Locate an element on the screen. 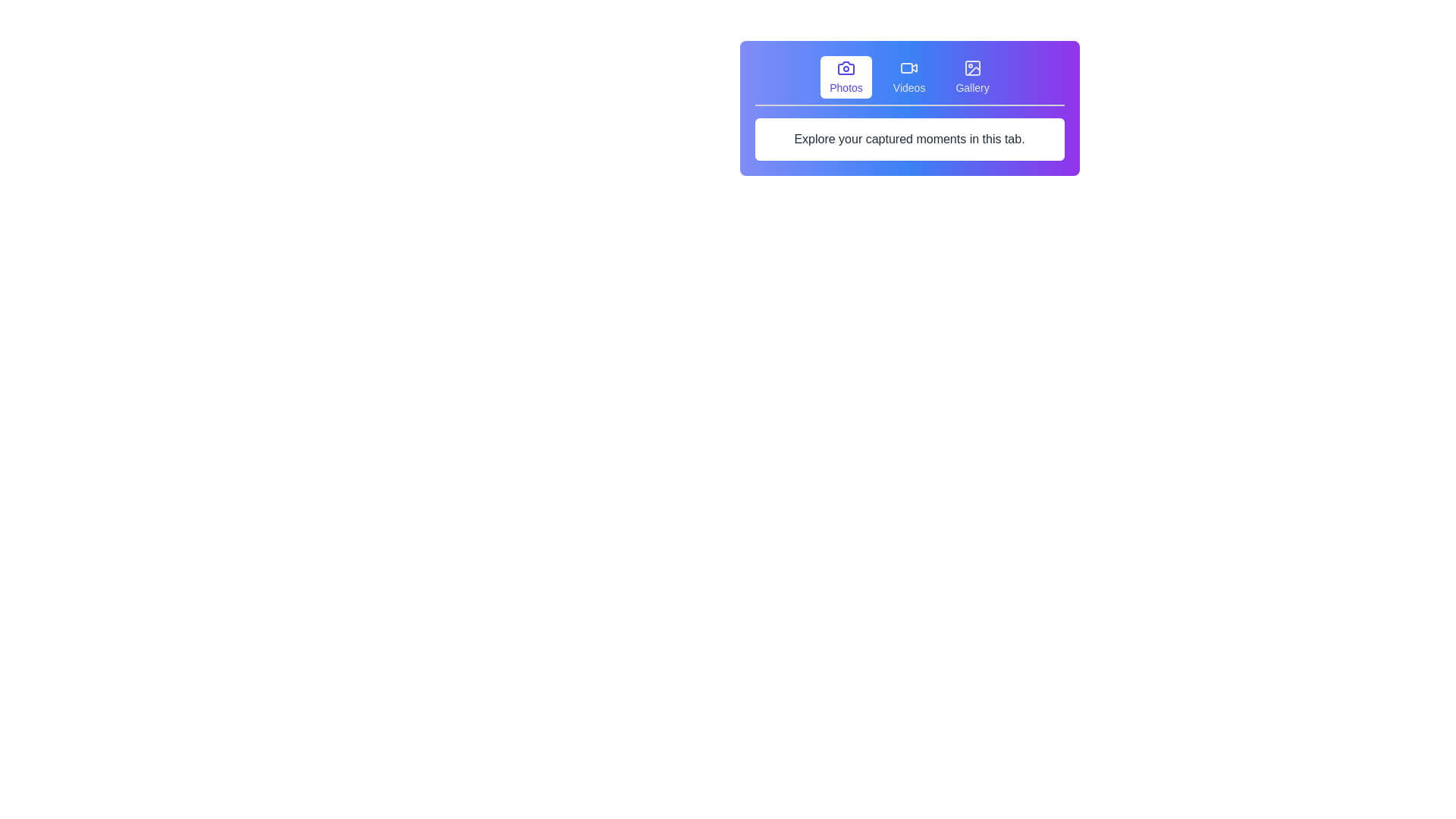  the Static Text Description element, which provides an informational description below the tabs labeled 'Photos', 'Videos', and 'Gallery' is located at coordinates (909, 140).